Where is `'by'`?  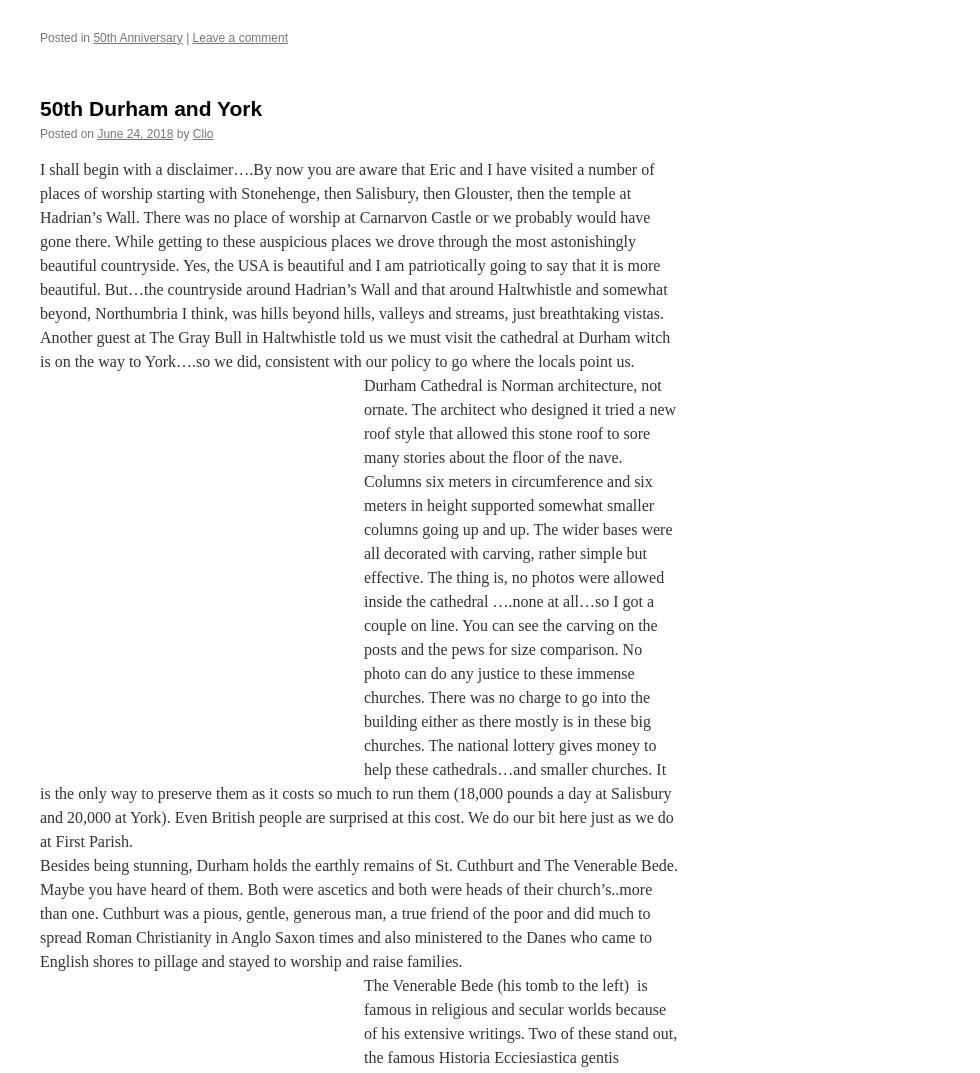 'by' is located at coordinates (182, 133).